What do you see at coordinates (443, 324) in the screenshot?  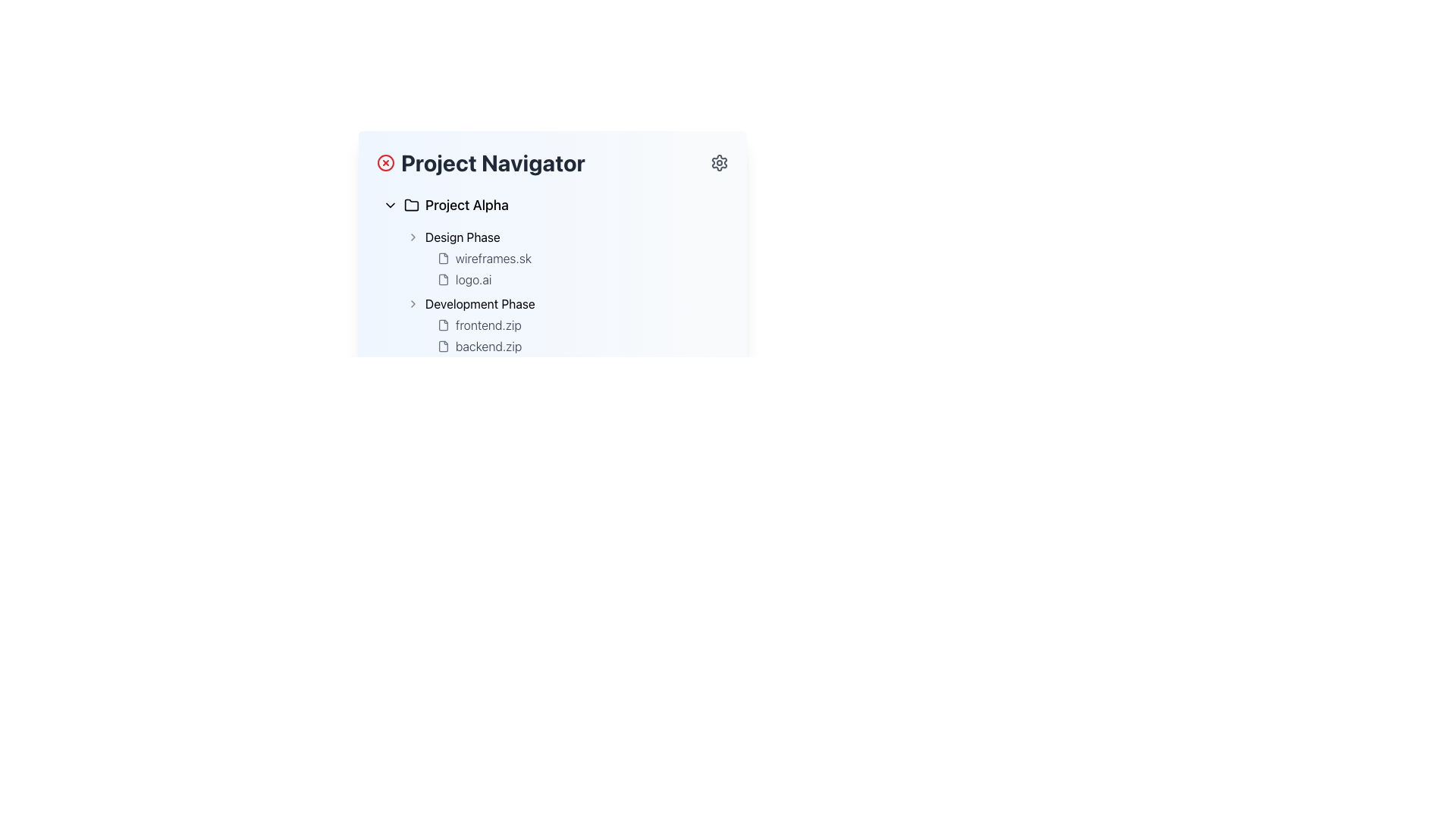 I see `the small file icon resembling a document located to the left of the text 'frontend.zip' under the 'Development Phase'` at bounding box center [443, 324].